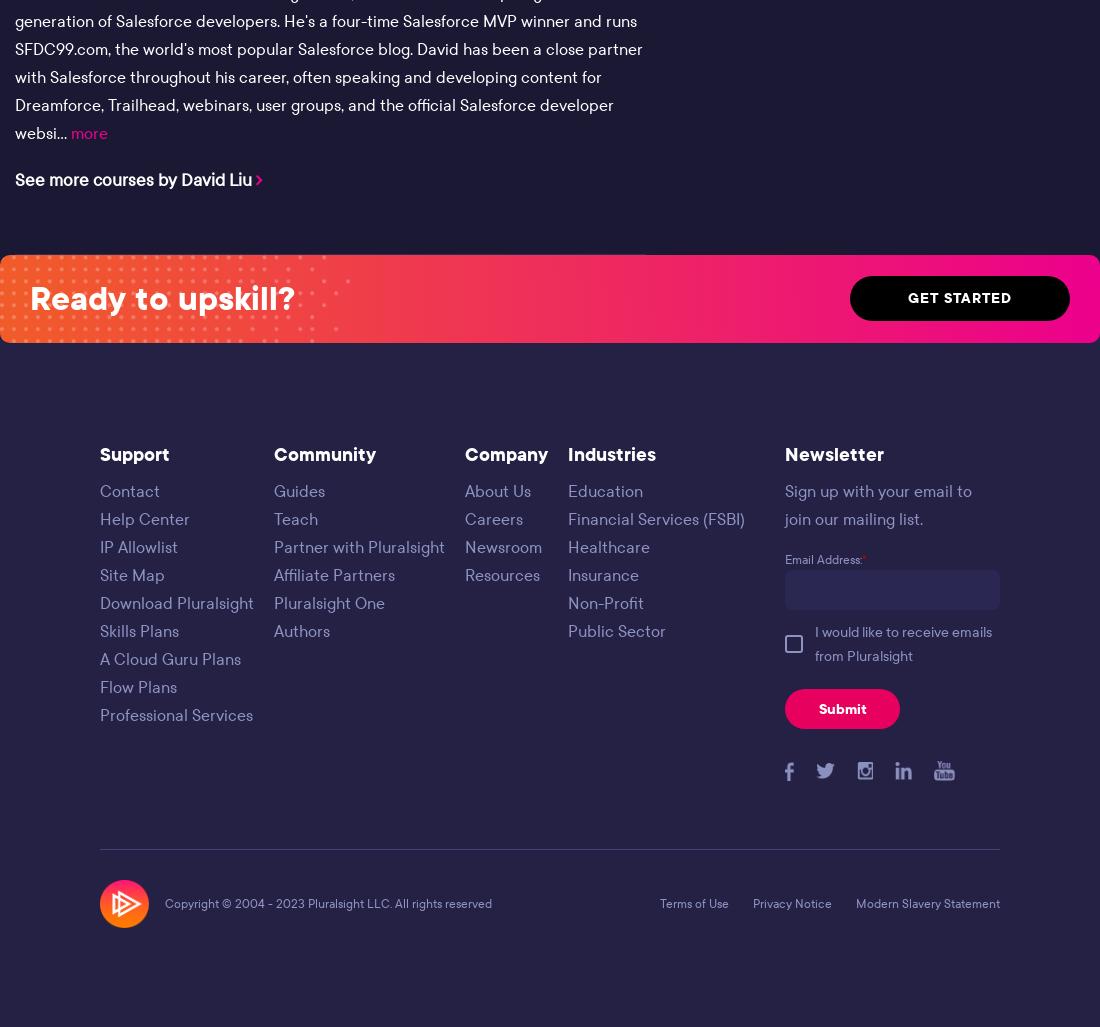 The image size is (1100, 1027). I want to click on 'Download Pluralsight', so click(99, 602).